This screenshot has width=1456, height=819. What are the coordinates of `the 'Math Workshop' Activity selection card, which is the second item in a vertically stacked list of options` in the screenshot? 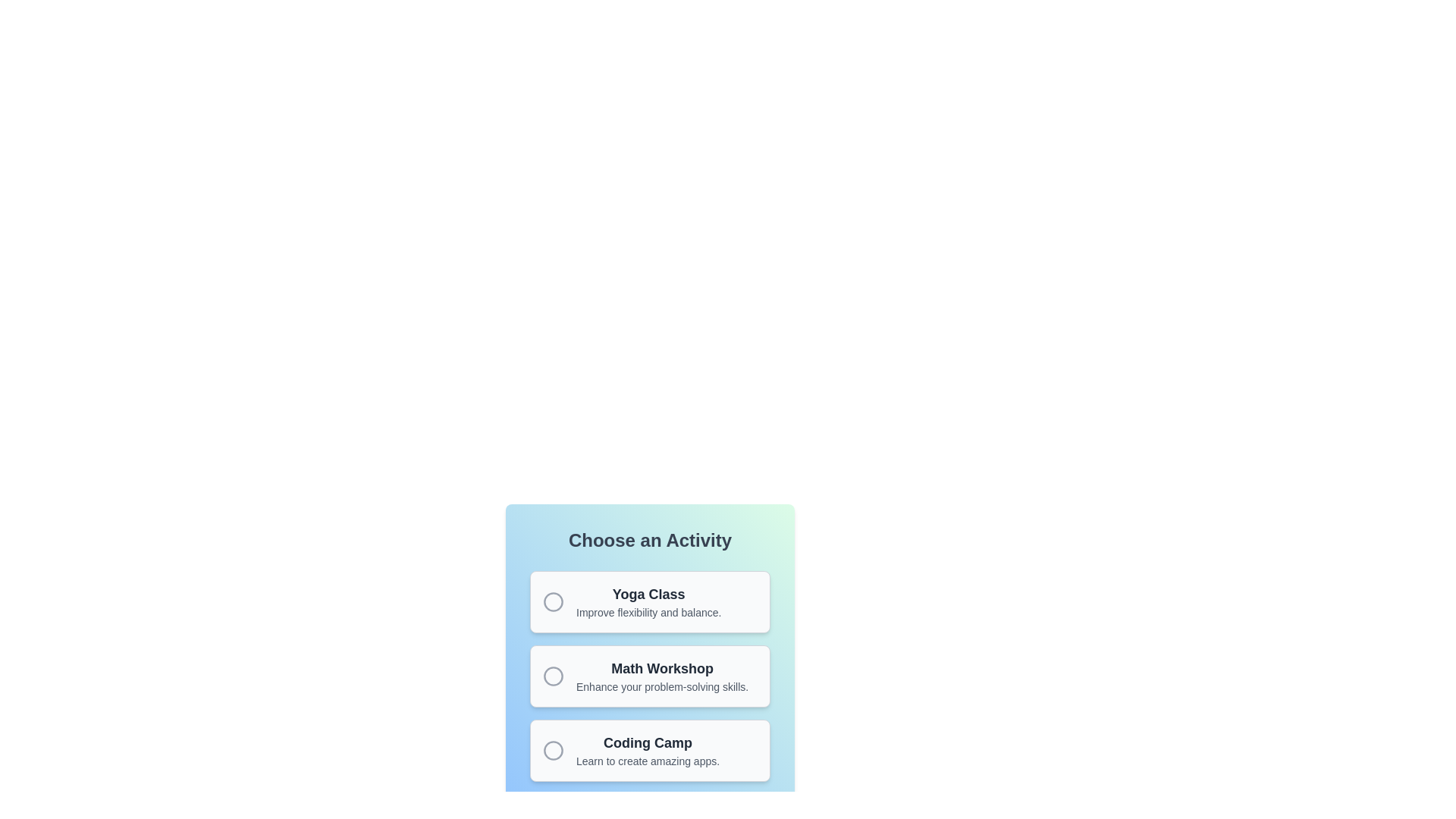 It's located at (650, 654).